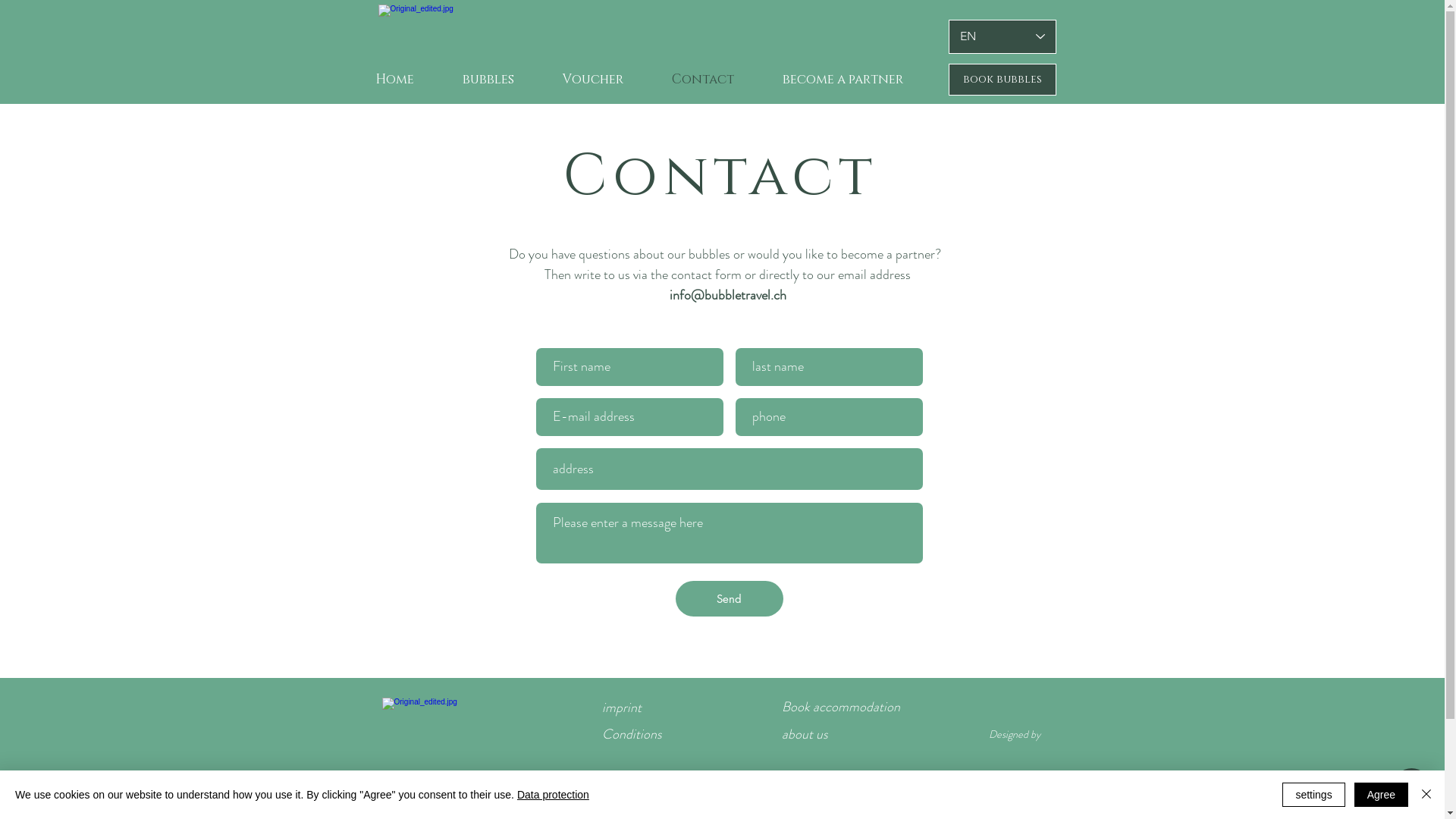 The image size is (1456, 819). I want to click on 'imprint', so click(601, 708).